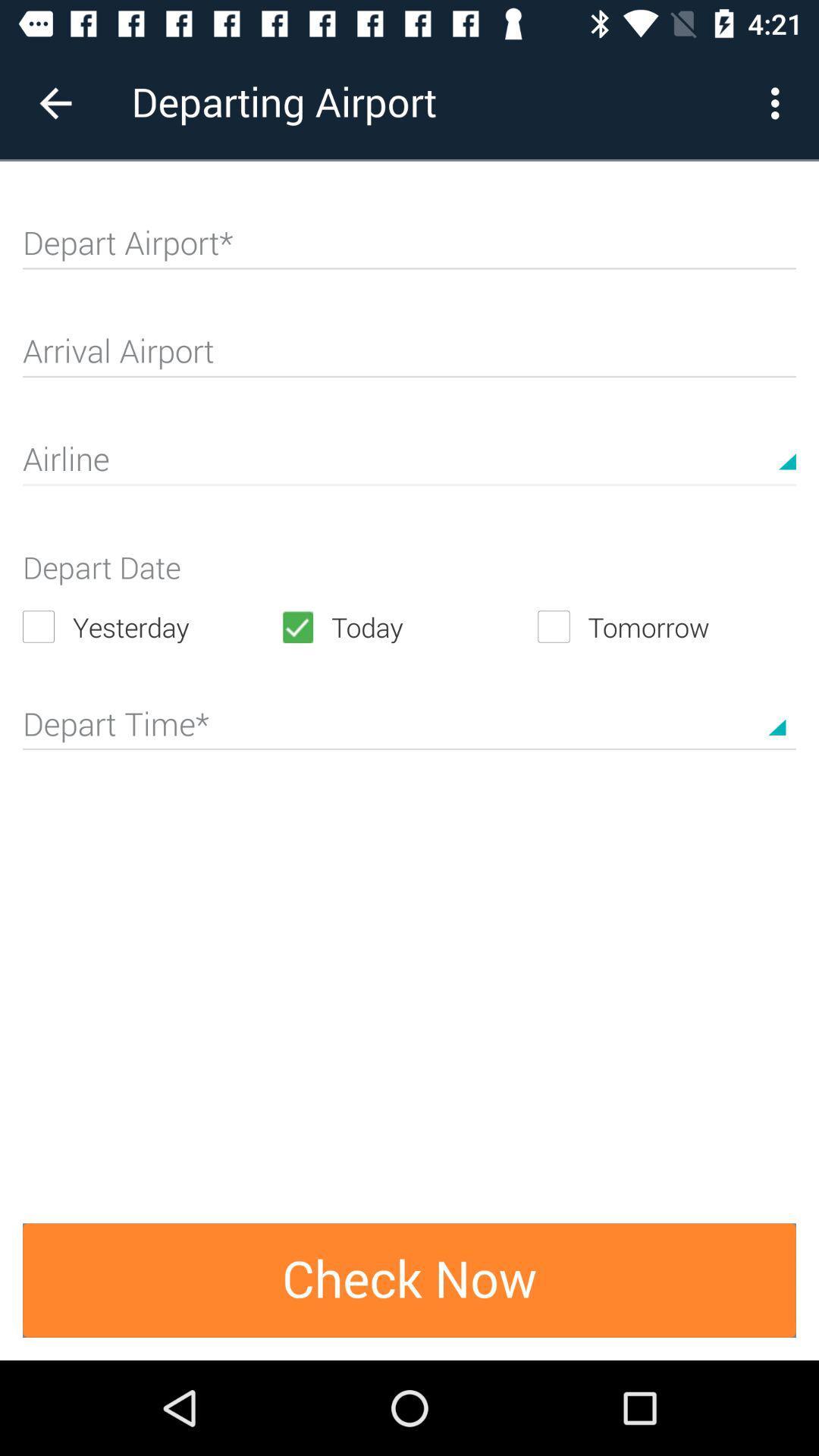 This screenshot has height=1456, width=819. What do you see at coordinates (666, 626) in the screenshot?
I see `tomorrow item` at bounding box center [666, 626].